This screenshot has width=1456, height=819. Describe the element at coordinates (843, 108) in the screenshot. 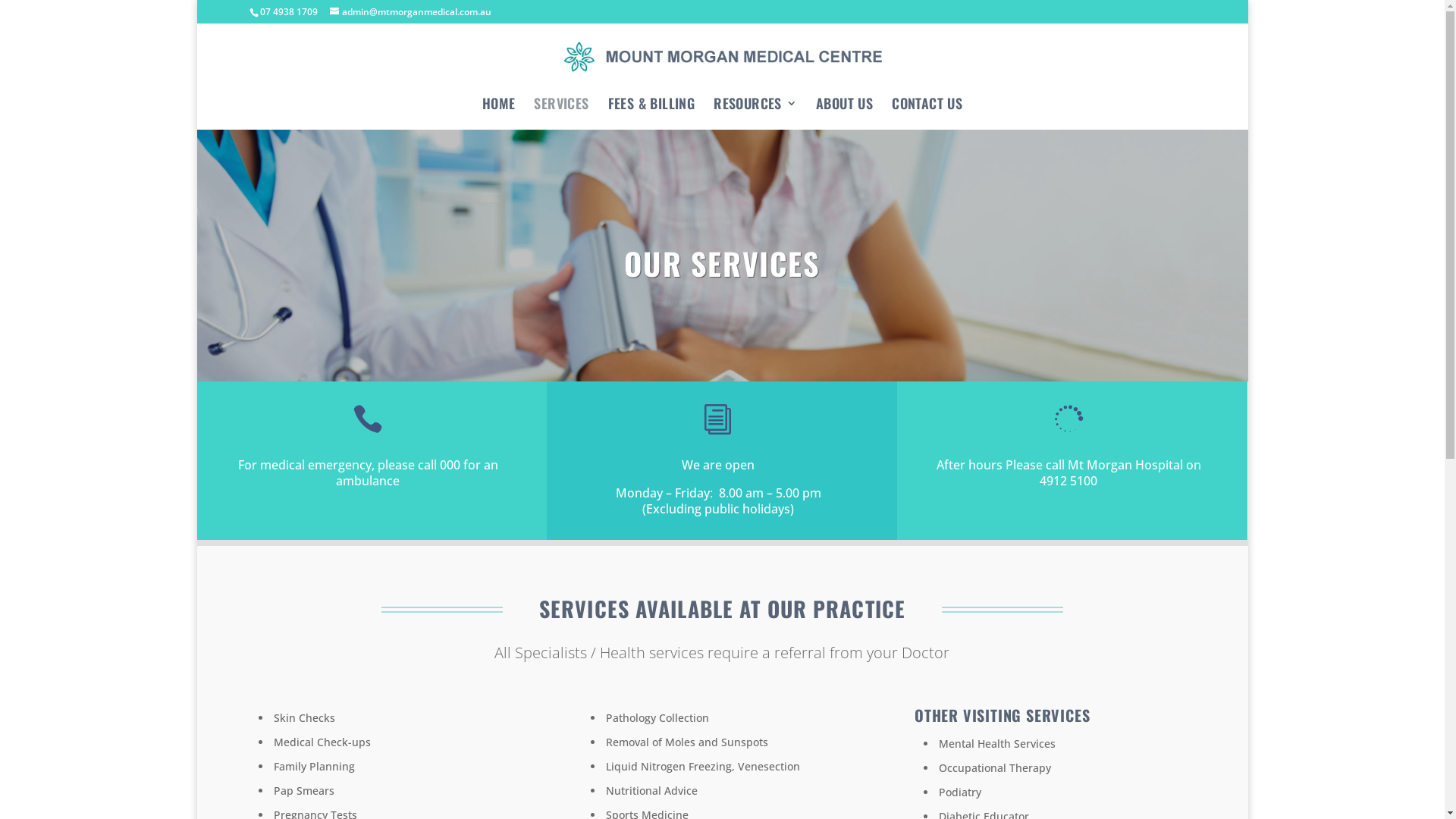

I see `'ABOUT US'` at that location.